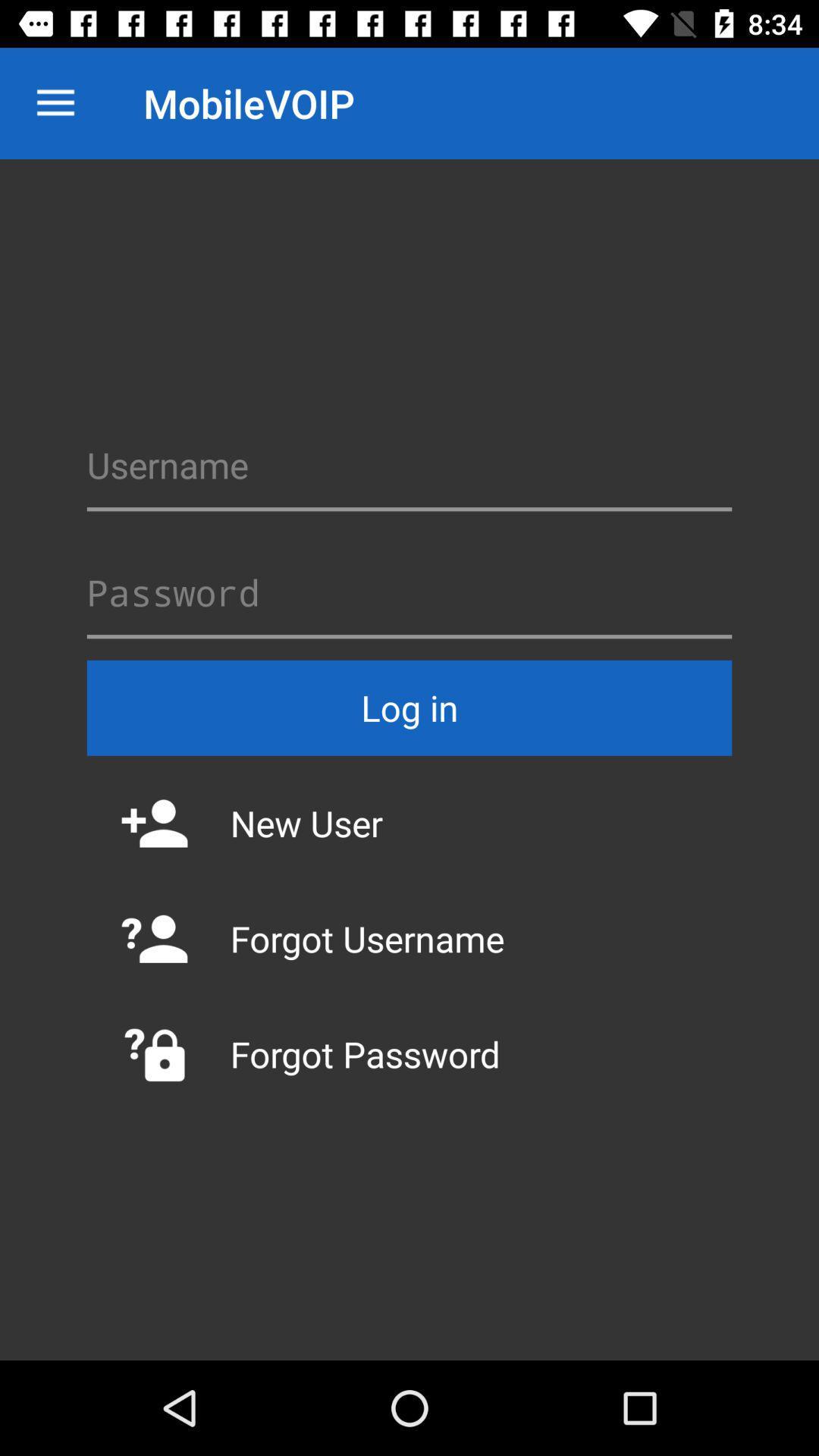 The width and height of the screenshot is (819, 1456). What do you see at coordinates (409, 938) in the screenshot?
I see `icon below the new user item` at bounding box center [409, 938].